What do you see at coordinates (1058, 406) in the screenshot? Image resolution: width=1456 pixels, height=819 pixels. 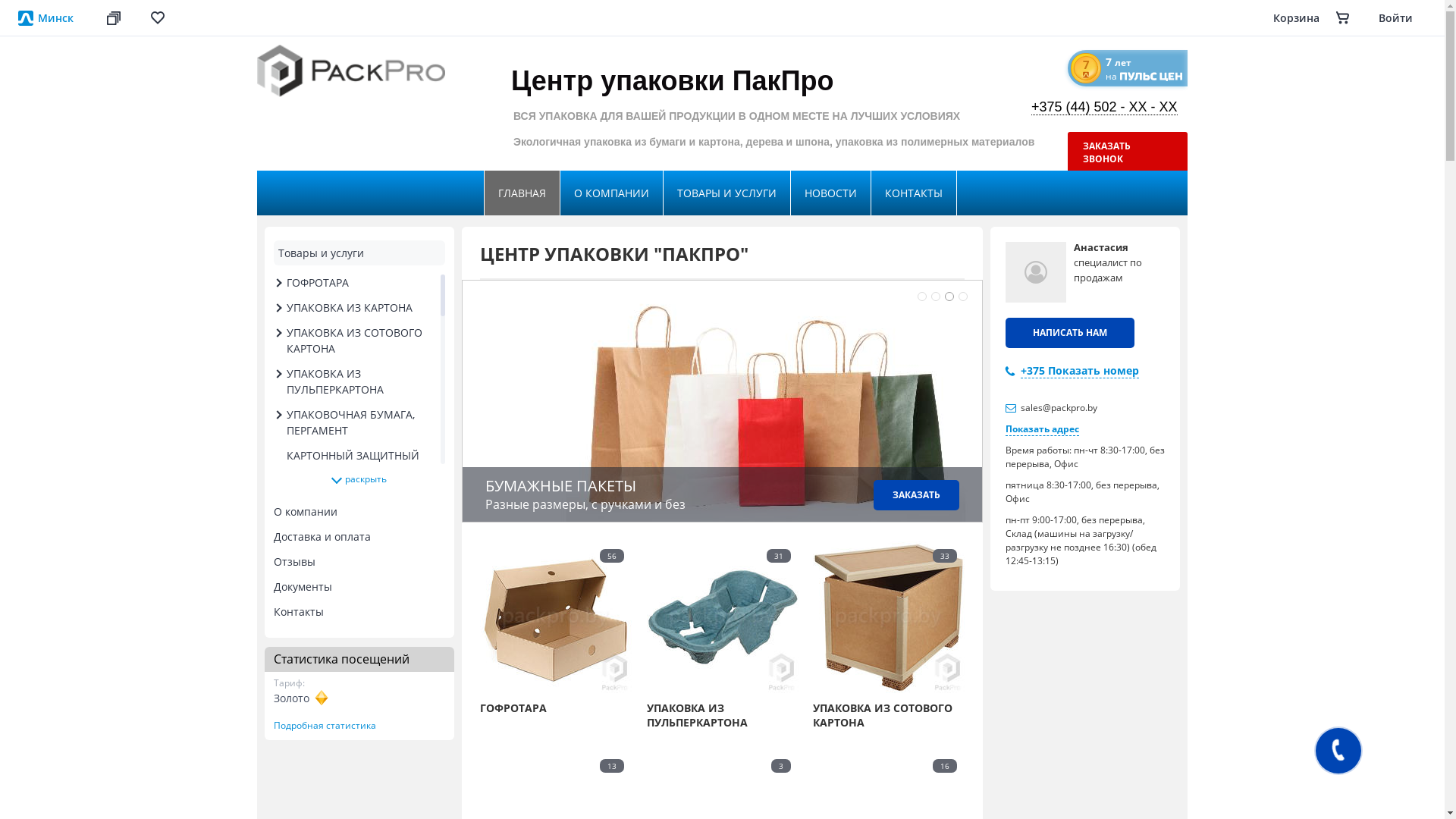 I see `'sales@packpro.by'` at bounding box center [1058, 406].